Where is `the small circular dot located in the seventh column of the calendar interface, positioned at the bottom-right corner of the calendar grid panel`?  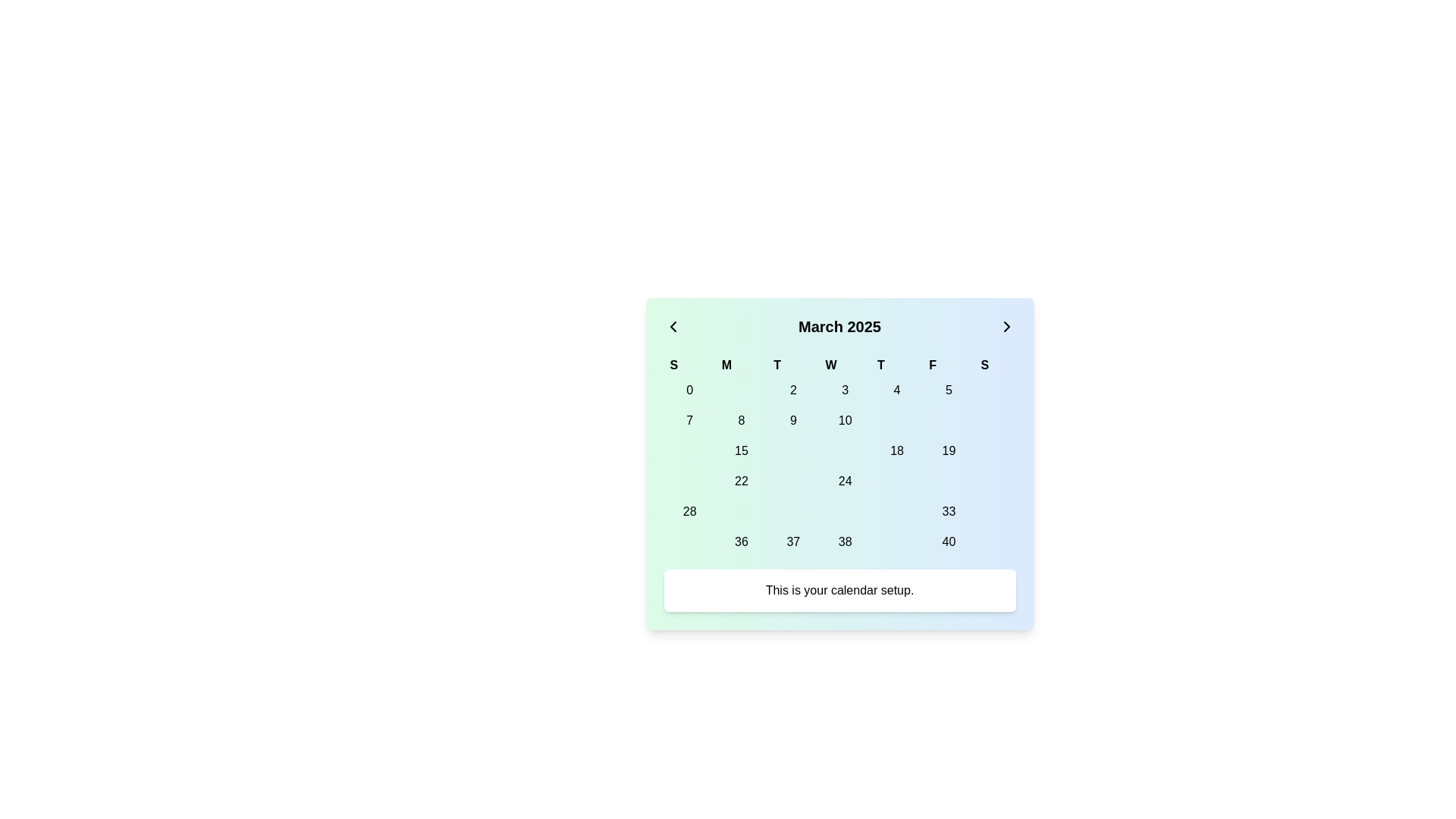
the small circular dot located in the seventh column of the calendar interface, positioned at the bottom-right corner of the calendar grid panel is located at coordinates (995, 450).